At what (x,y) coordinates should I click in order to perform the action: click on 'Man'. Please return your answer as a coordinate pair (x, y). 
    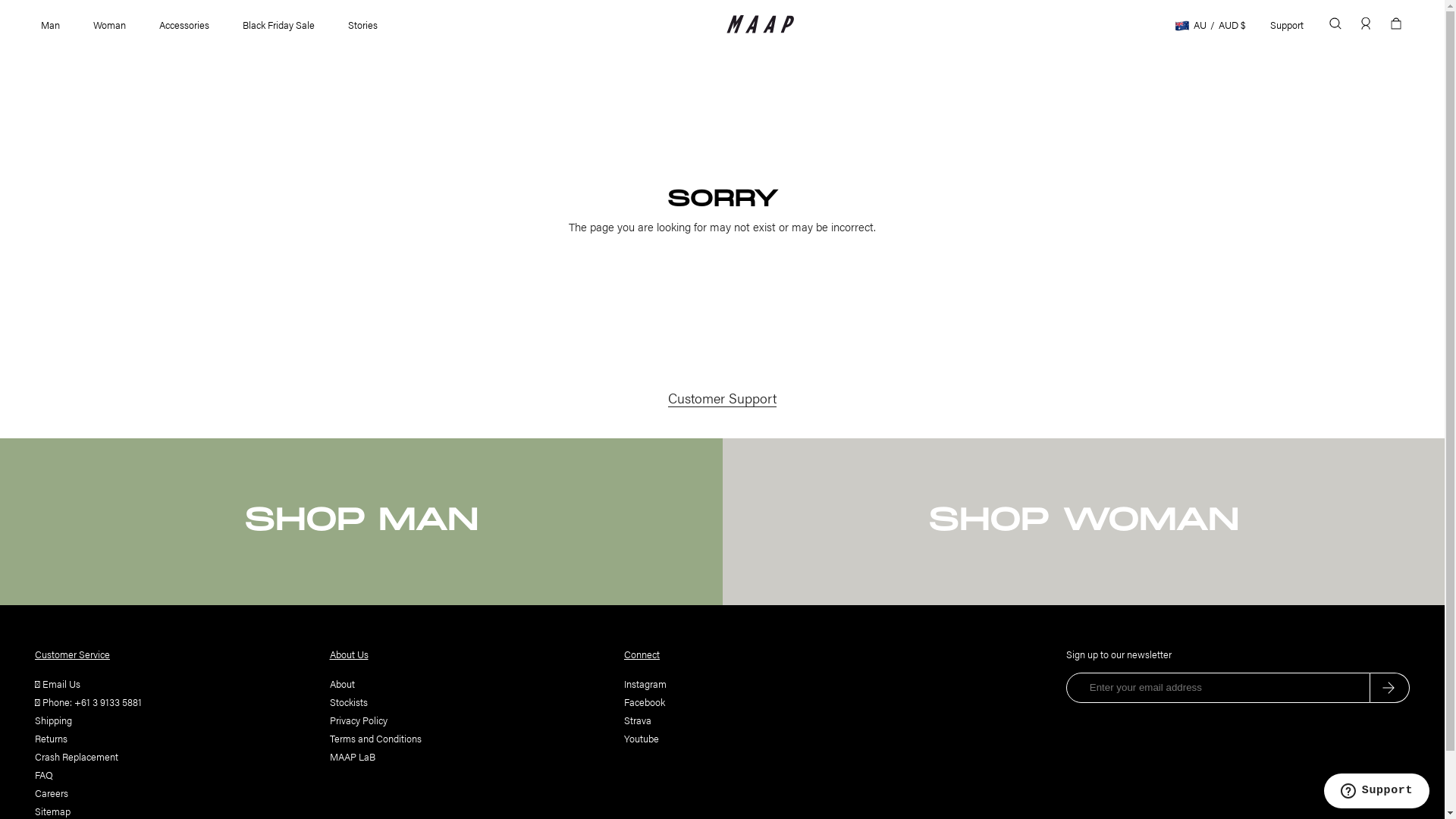
    Looking at the image, I should click on (50, 24).